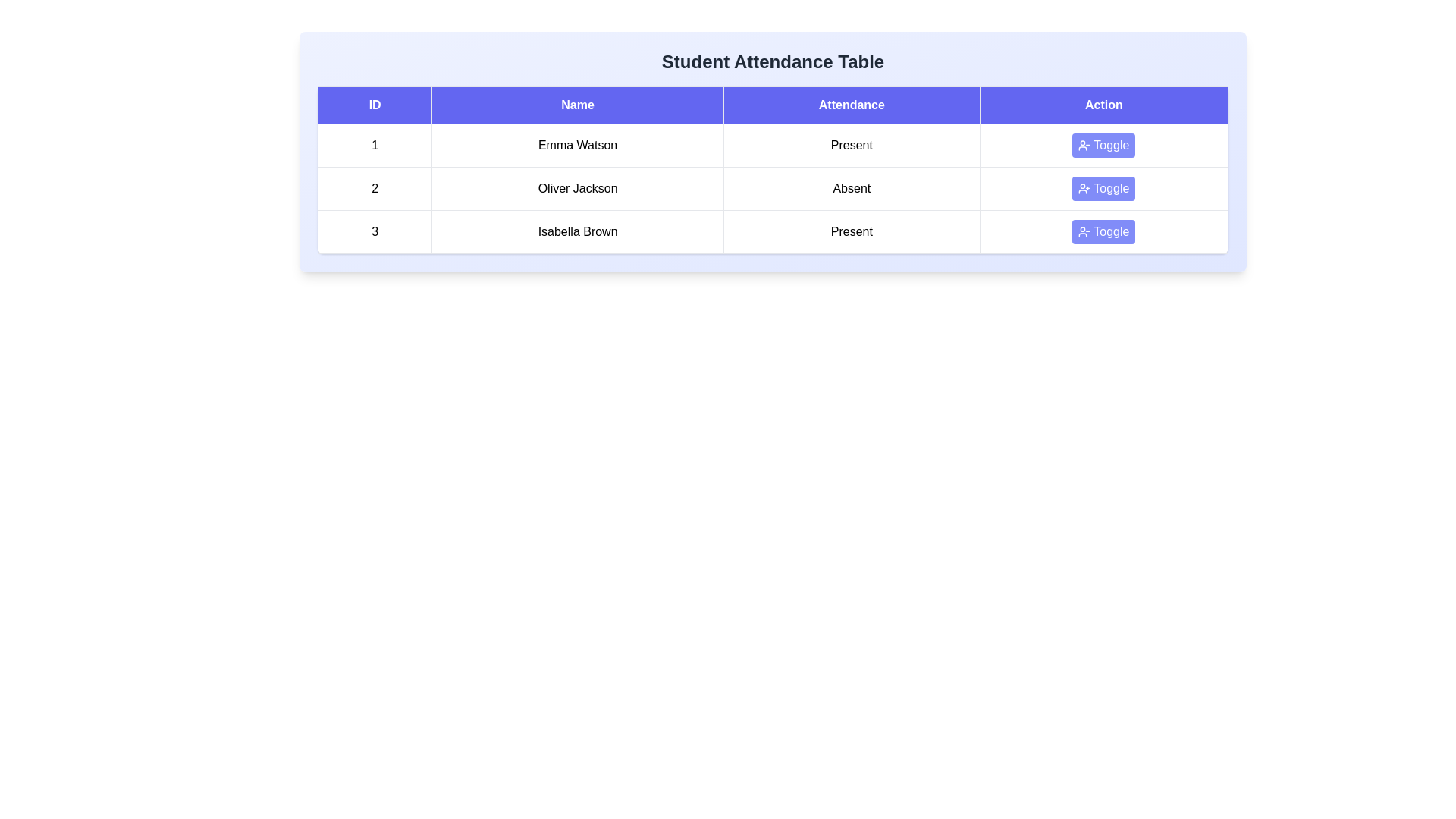 This screenshot has height=819, width=1456. What do you see at coordinates (852, 146) in the screenshot?
I see `text 'Present' displayed in black font inside the table cell located in the third column, first row of the 'Student Attendance Table'` at bounding box center [852, 146].